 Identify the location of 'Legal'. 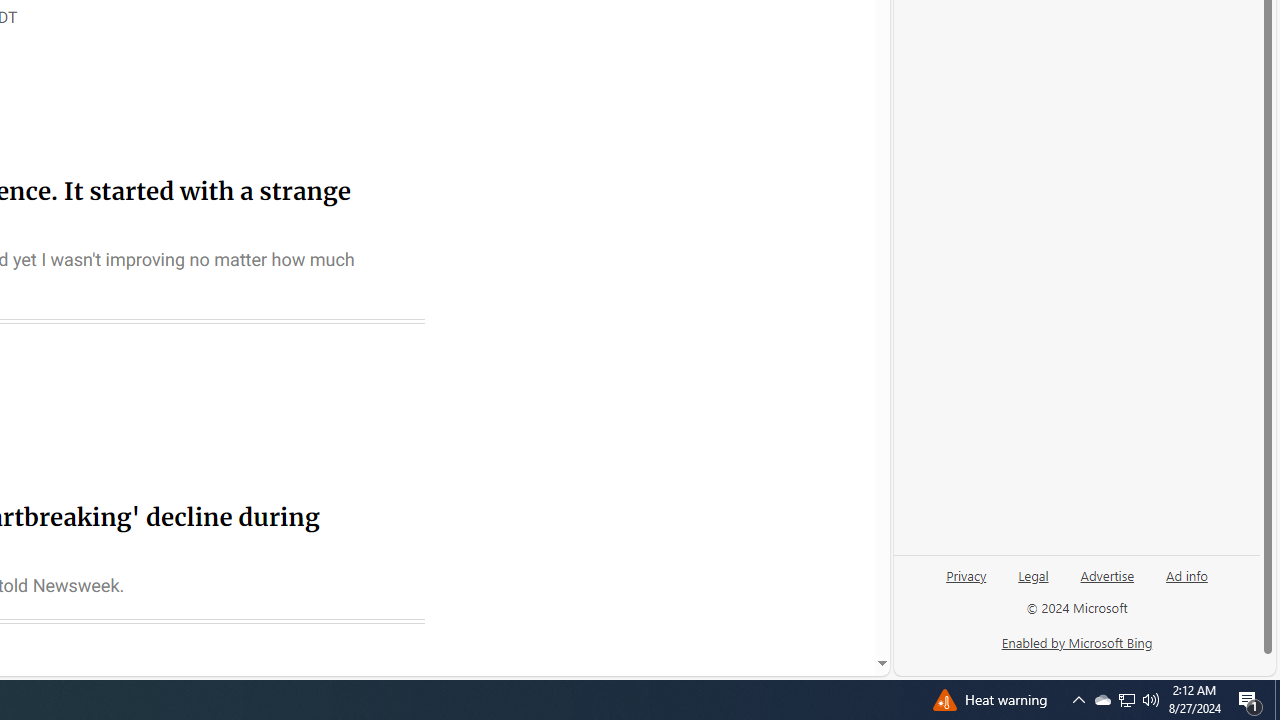
(1033, 574).